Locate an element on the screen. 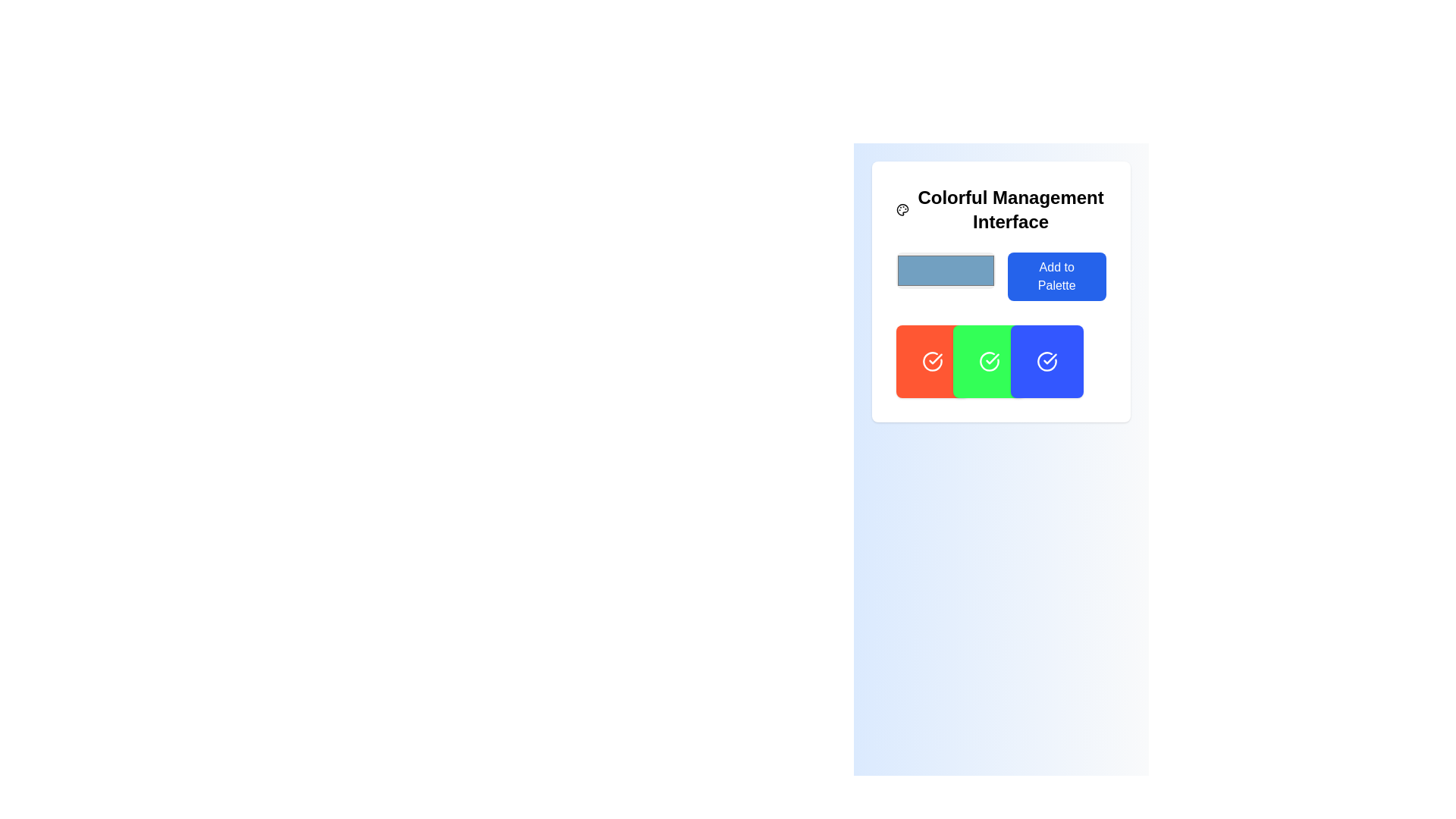  the color tiles within the color management interface for reorganization is located at coordinates (1001, 292).